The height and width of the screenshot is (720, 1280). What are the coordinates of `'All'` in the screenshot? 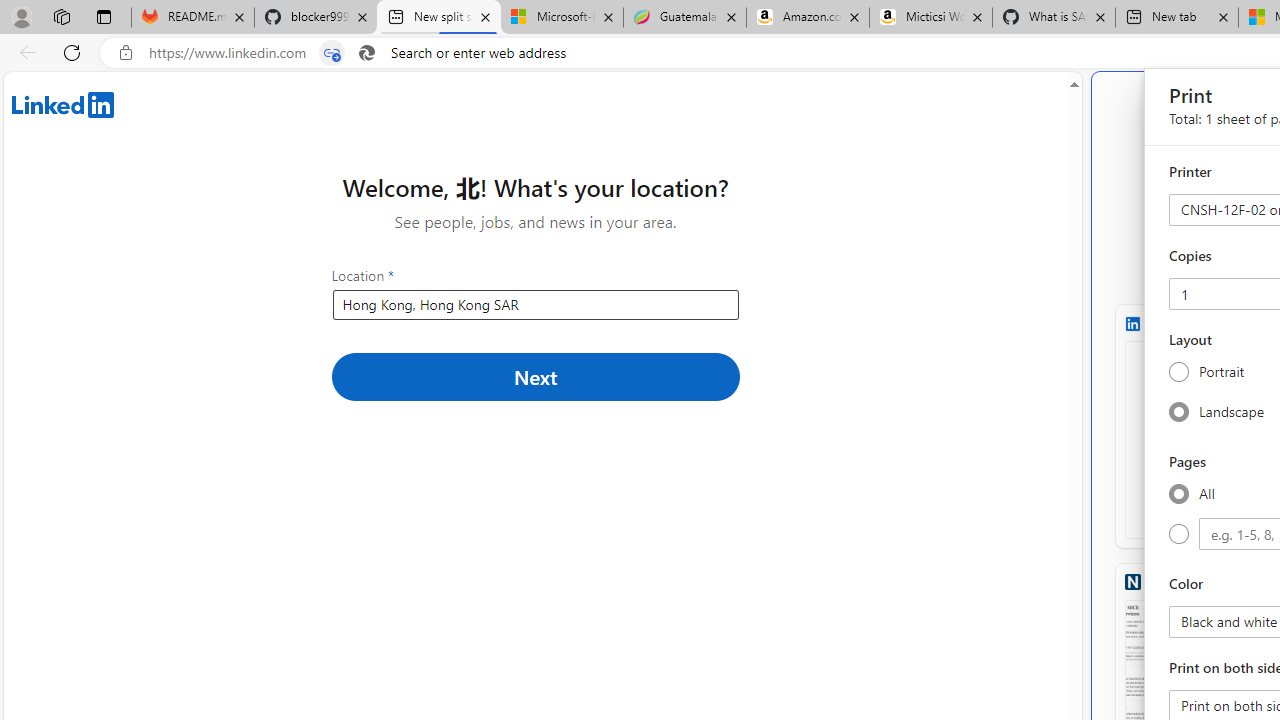 It's located at (1178, 493).